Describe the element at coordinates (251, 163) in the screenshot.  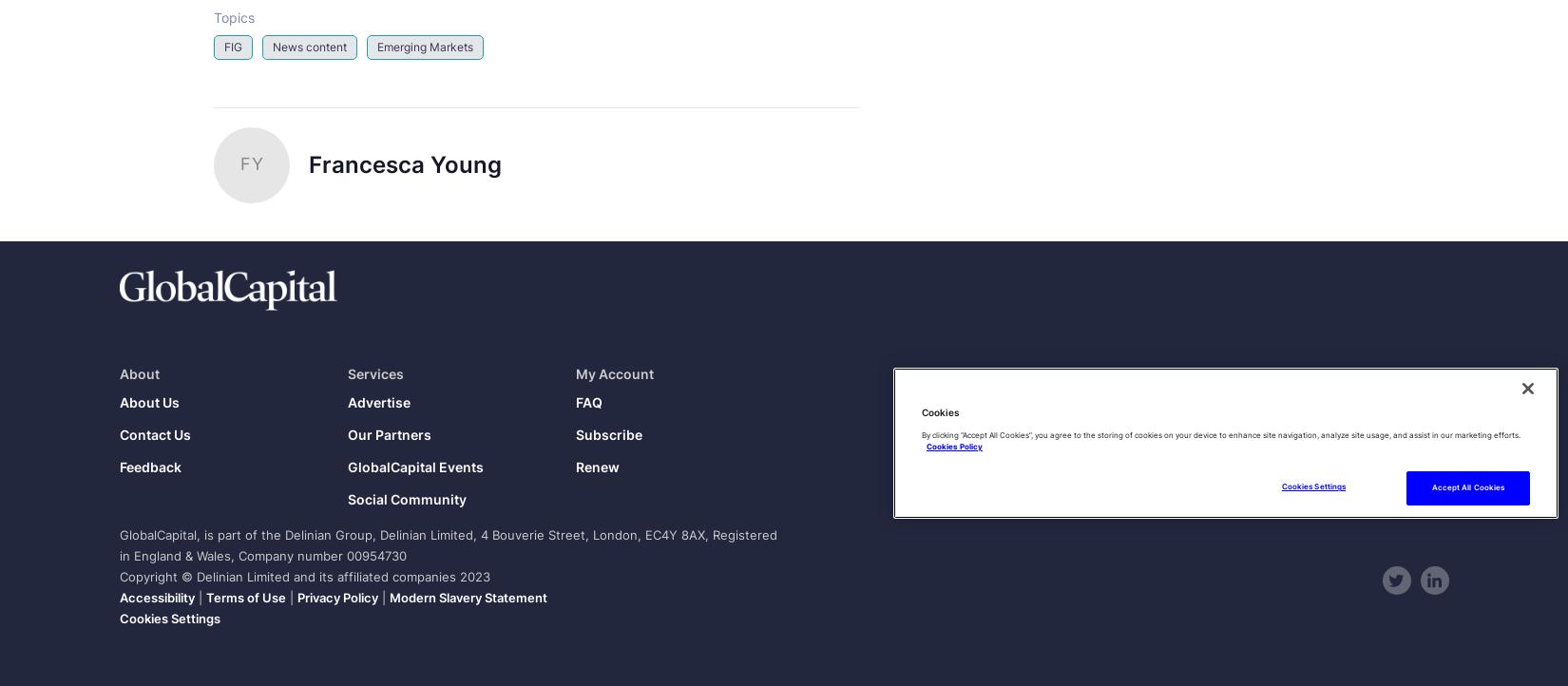
I see `'FY'` at that location.